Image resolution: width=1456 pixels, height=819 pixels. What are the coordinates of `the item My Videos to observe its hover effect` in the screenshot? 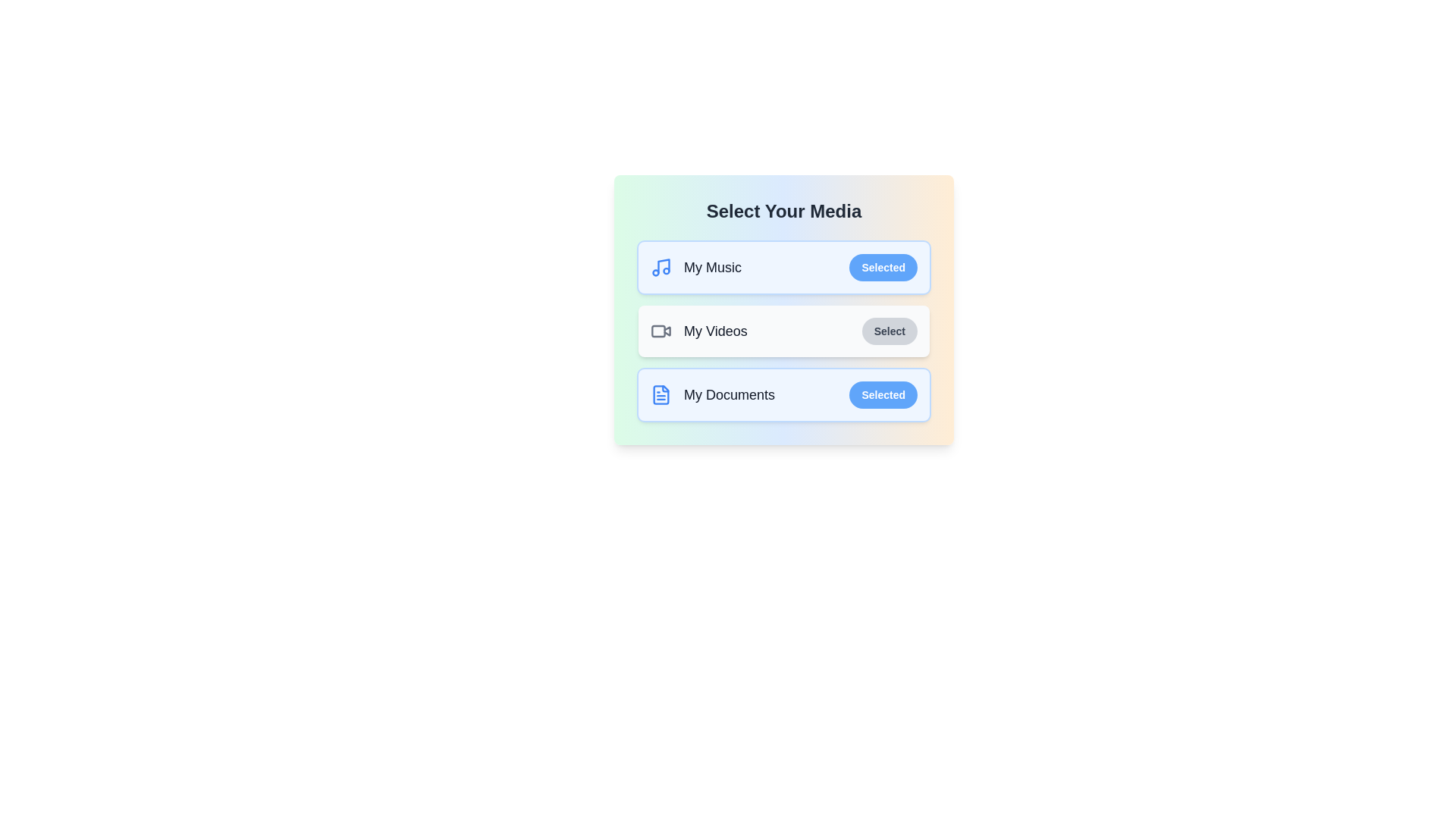 It's located at (783, 330).